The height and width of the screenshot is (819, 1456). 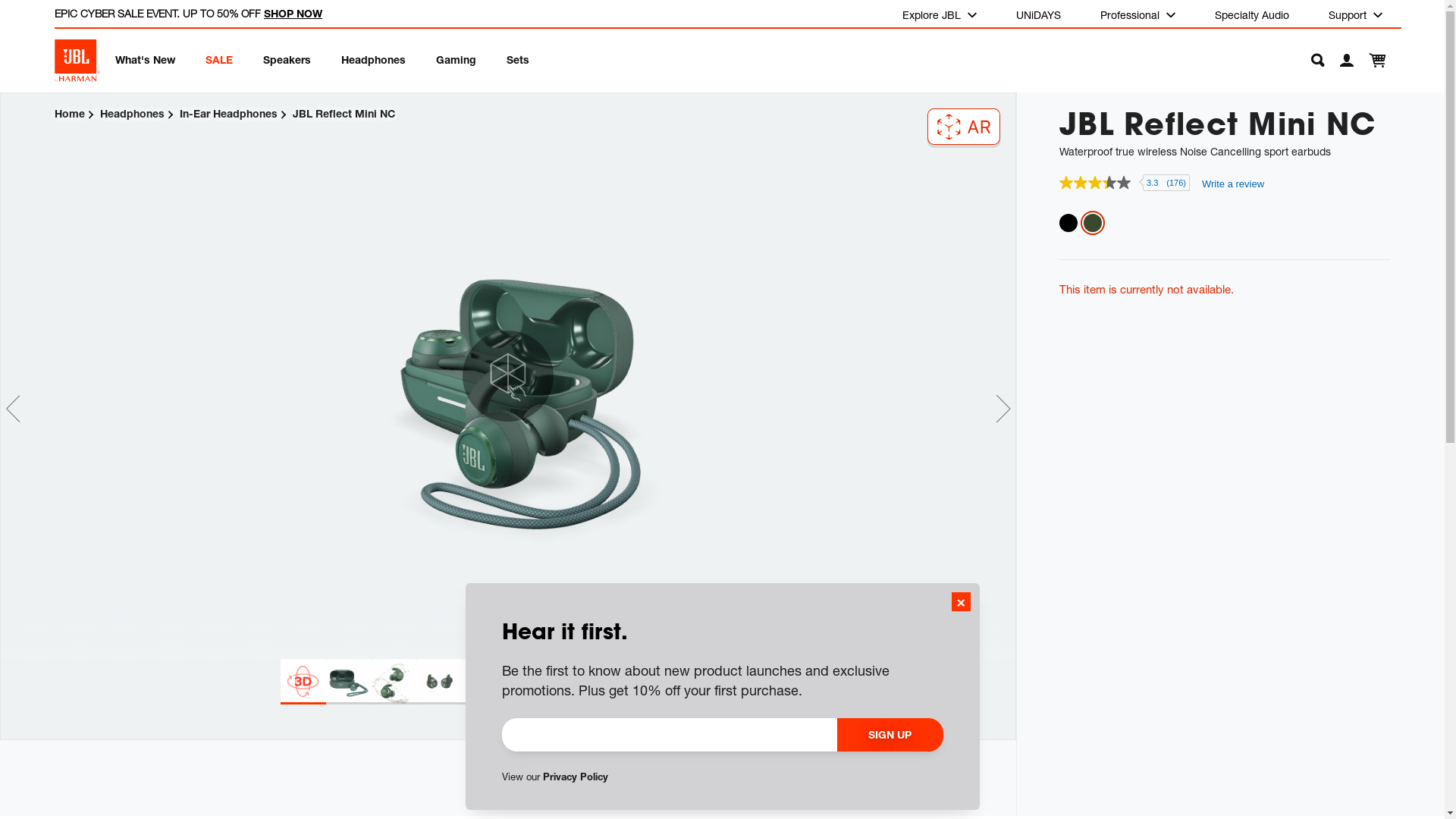 I want to click on 'SALE', so click(x=204, y=58).